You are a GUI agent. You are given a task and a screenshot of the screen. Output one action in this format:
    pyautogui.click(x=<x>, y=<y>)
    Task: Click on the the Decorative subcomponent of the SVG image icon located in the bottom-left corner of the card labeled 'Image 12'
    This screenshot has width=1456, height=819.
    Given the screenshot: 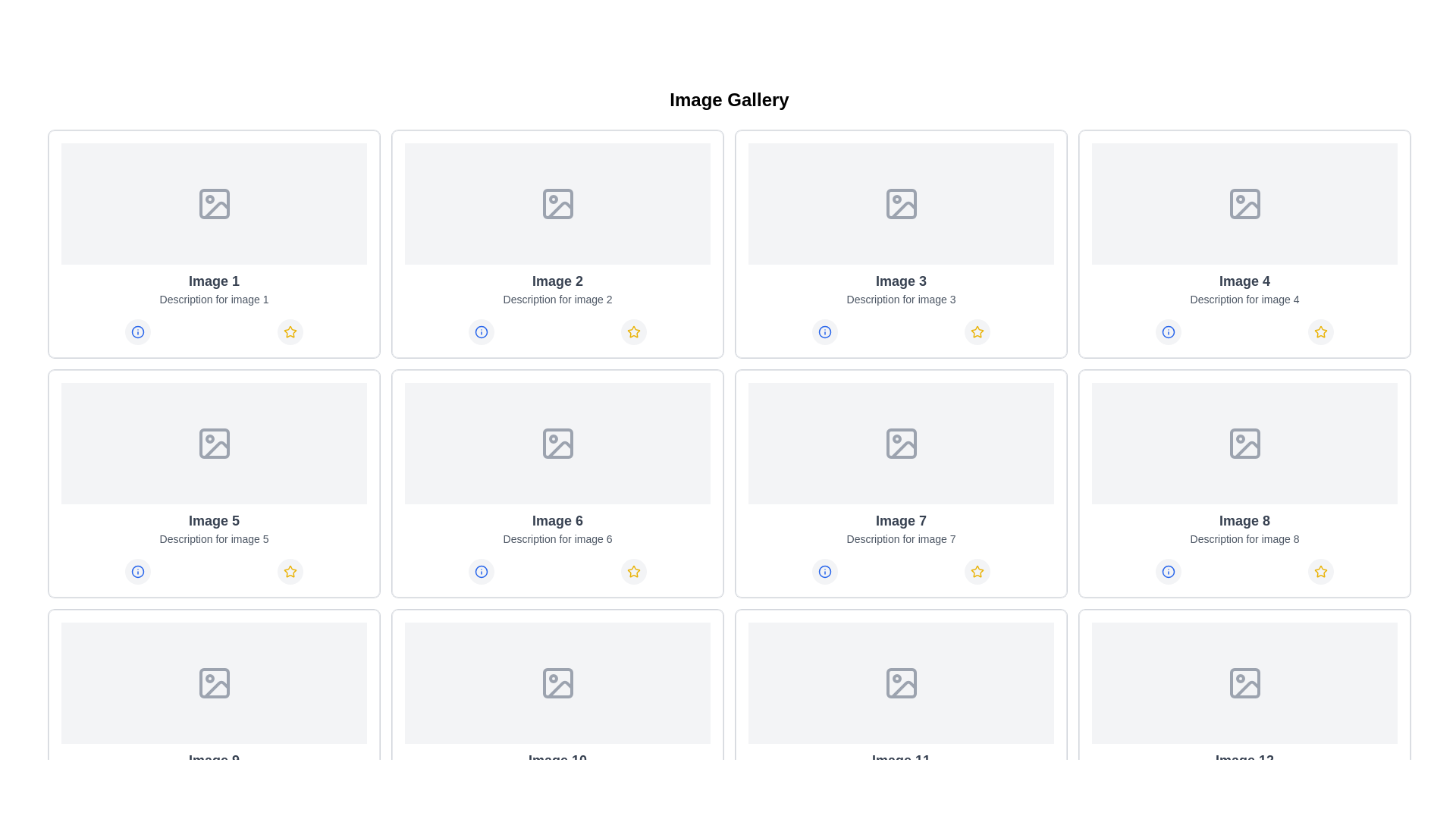 What is the action you would take?
    pyautogui.click(x=1244, y=683)
    